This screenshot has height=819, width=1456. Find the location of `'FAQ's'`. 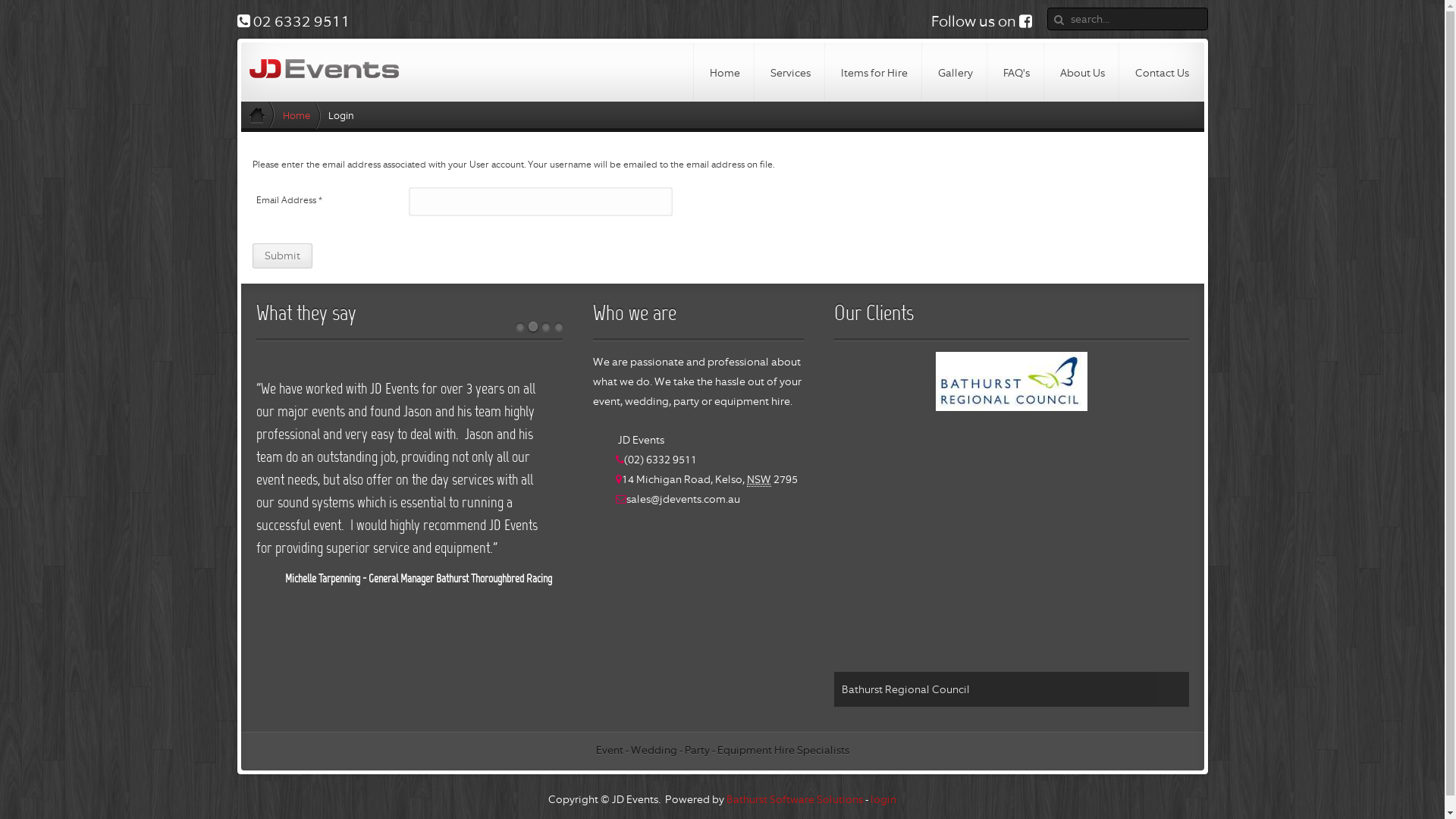

'FAQ's' is located at coordinates (1015, 72).